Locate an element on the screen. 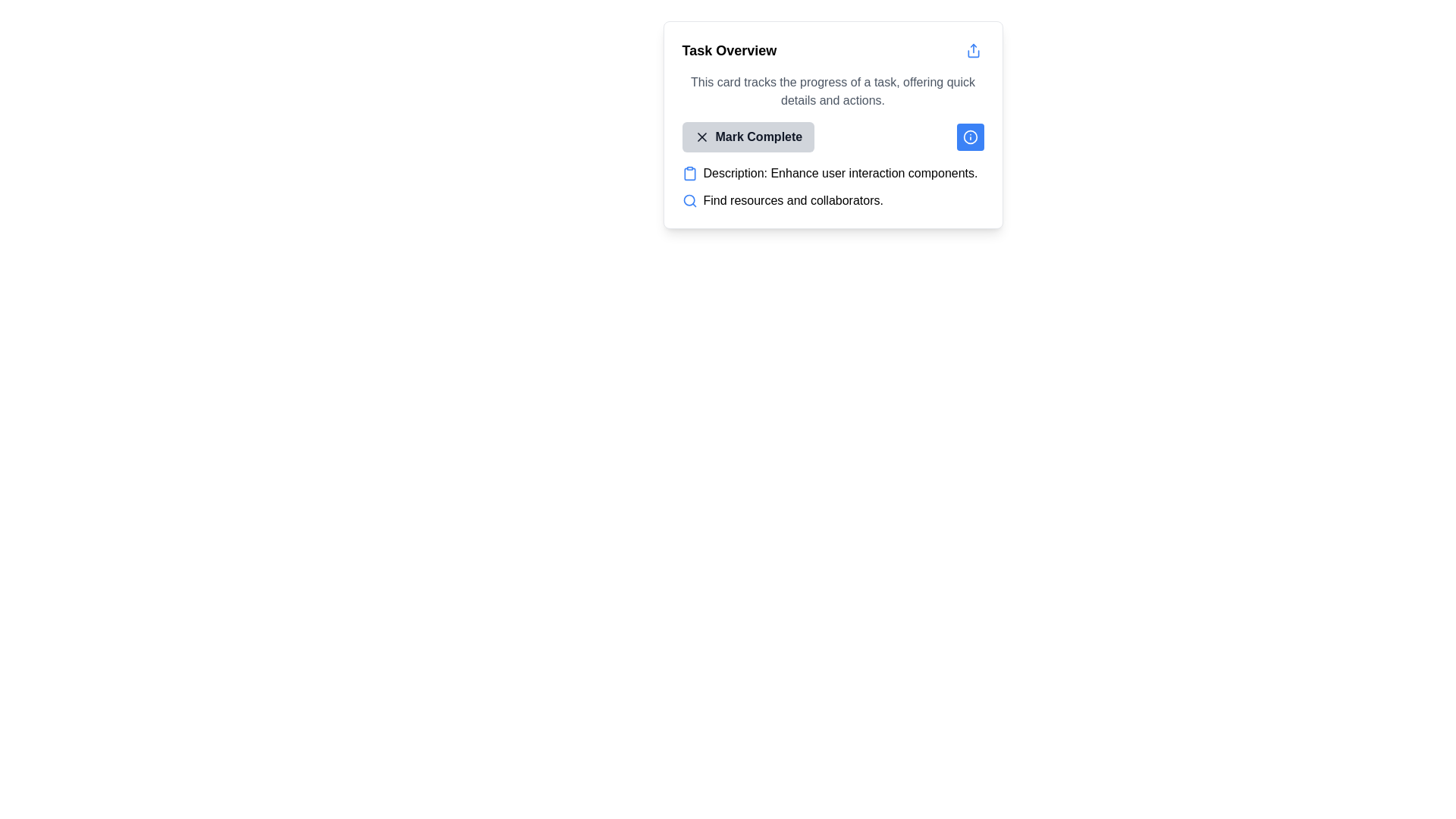  the upload icon button located in the top-right corner of the 'Task Overview' card to invoke the share functionality is located at coordinates (973, 49).